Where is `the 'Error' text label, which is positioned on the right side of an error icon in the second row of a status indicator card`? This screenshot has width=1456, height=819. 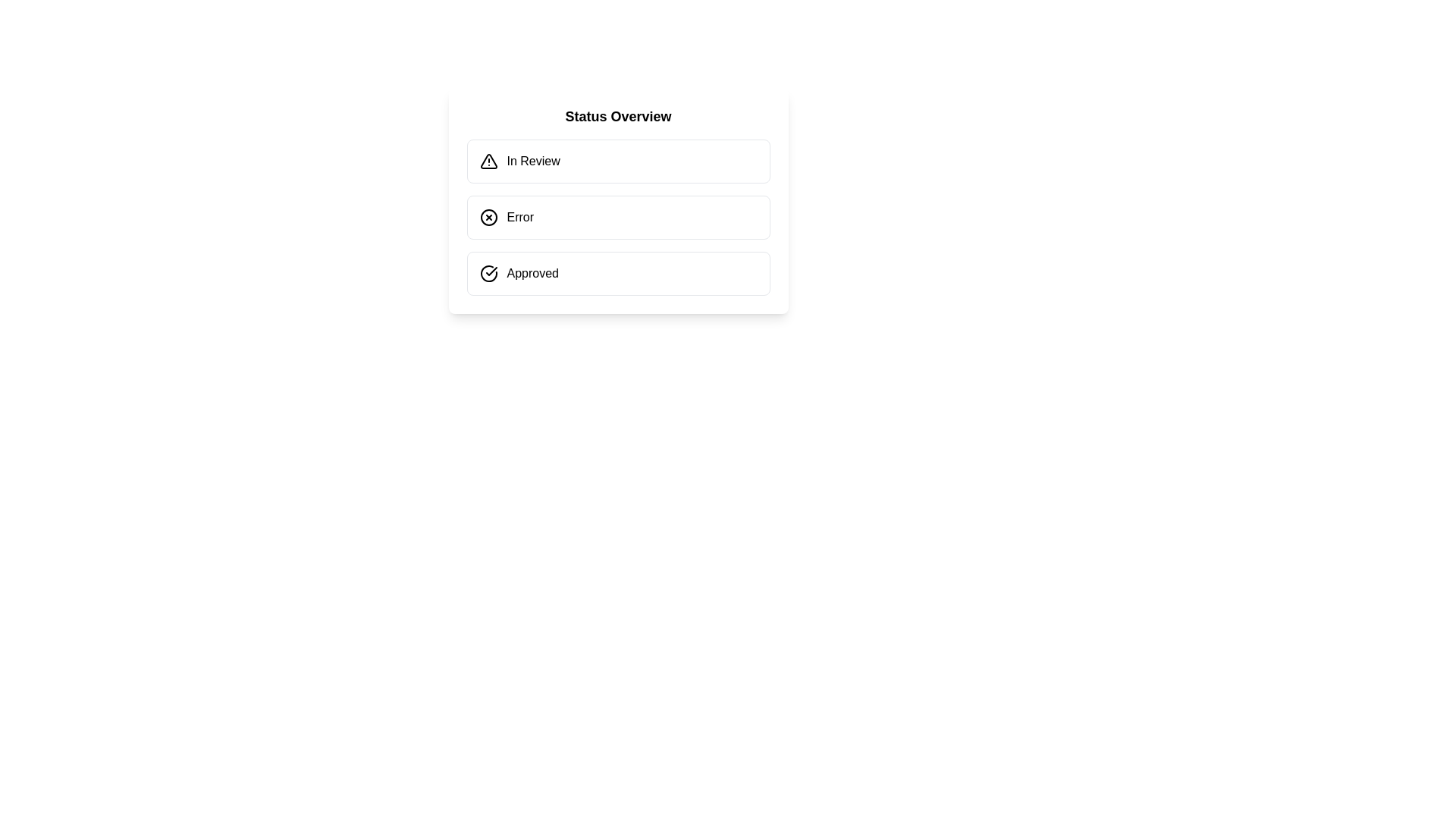 the 'Error' text label, which is positioned on the right side of an error icon in the second row of a status indicator card is located at coordinates (520, 217).